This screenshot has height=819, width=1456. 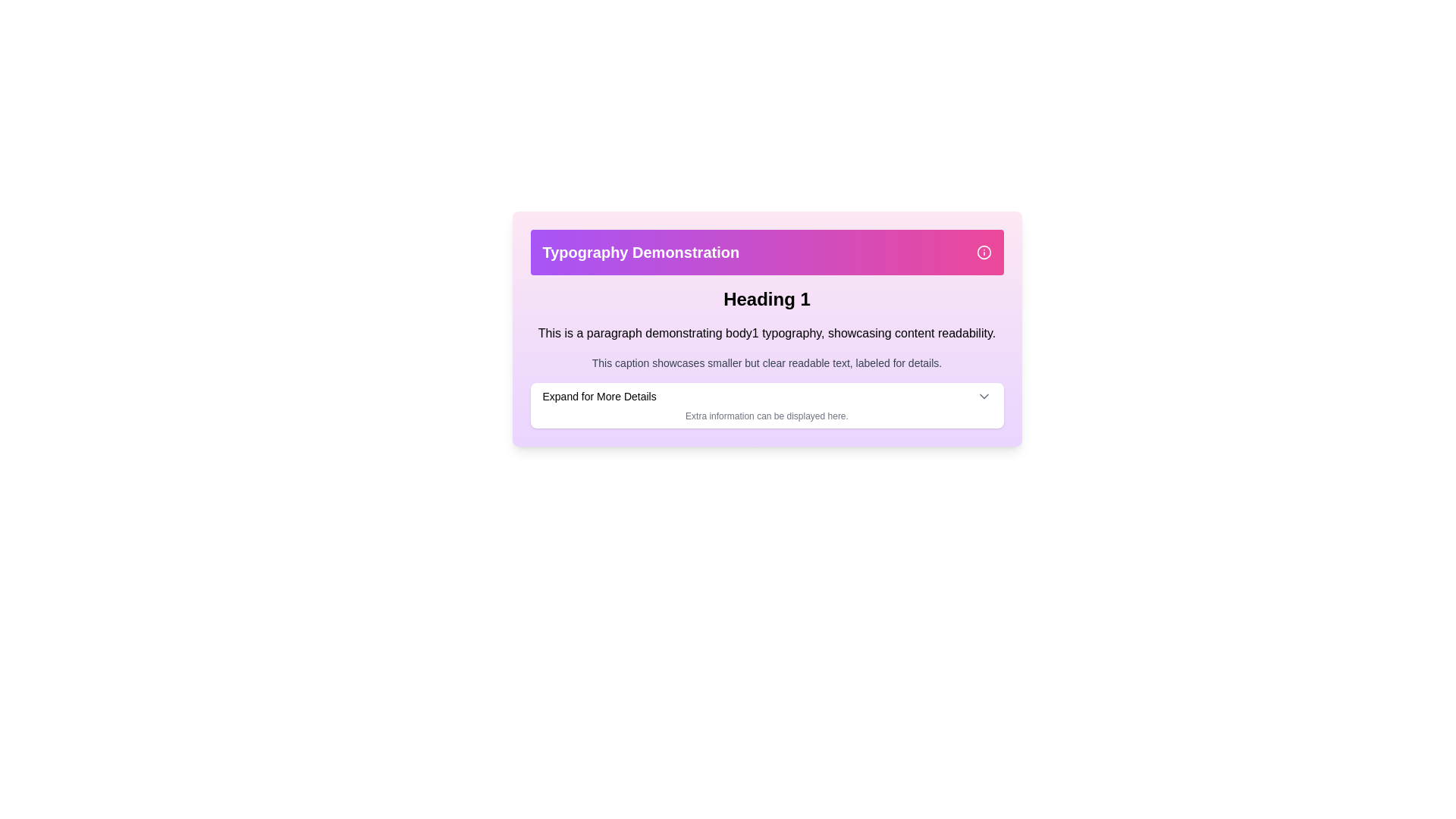 I want to click on the downward-facing chevron icon on the right side of the Informational collapsible panel labeled 'Expand for More Details', so click(x=767, y=405).